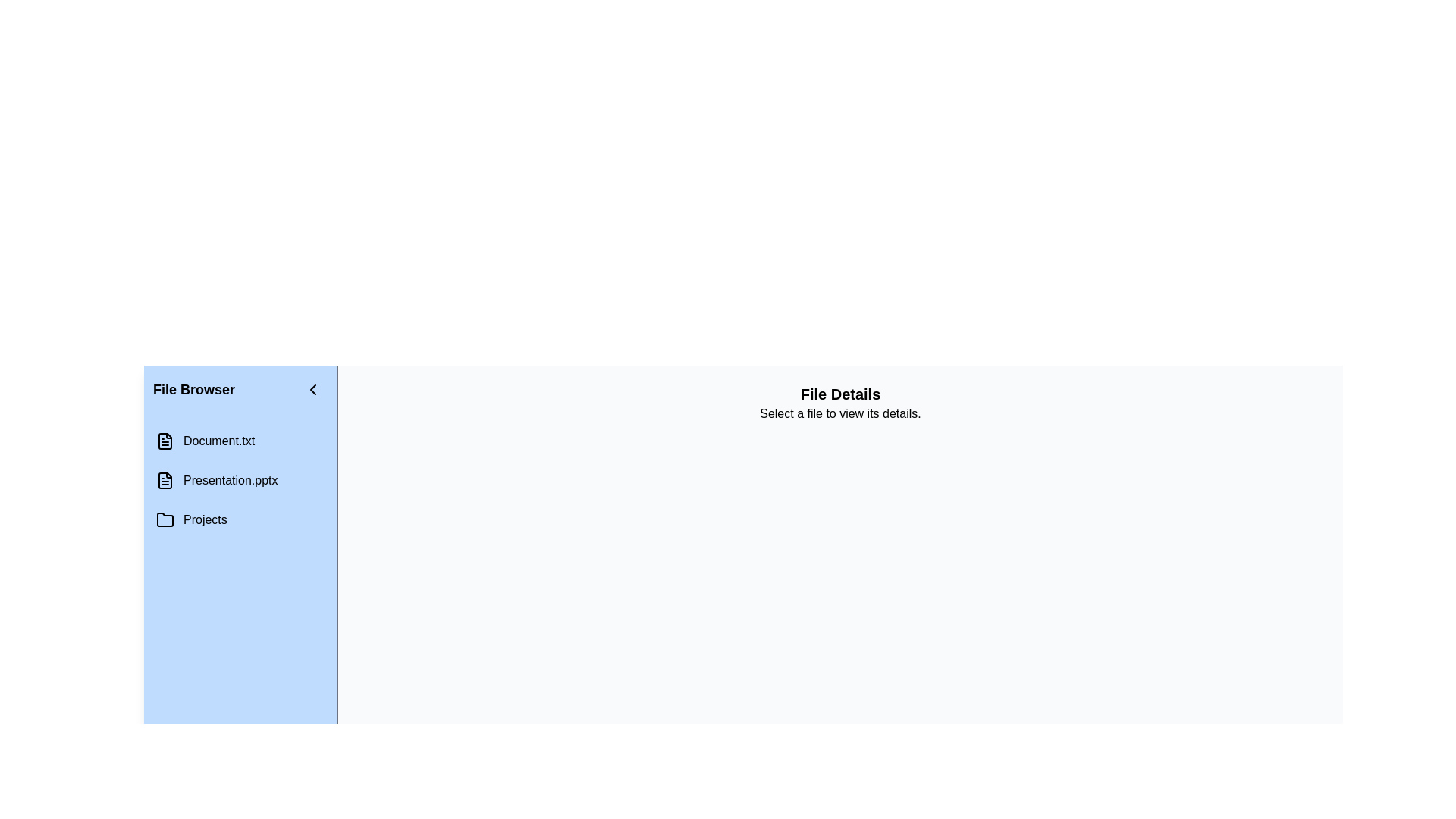  What do you see at coordinates (312, 388) in the screenshot?
I see `the left-facing chevron icon located in the top part of the left sidebar, which is associated with the 'File Browser' header` at bounding box center [312, 388].